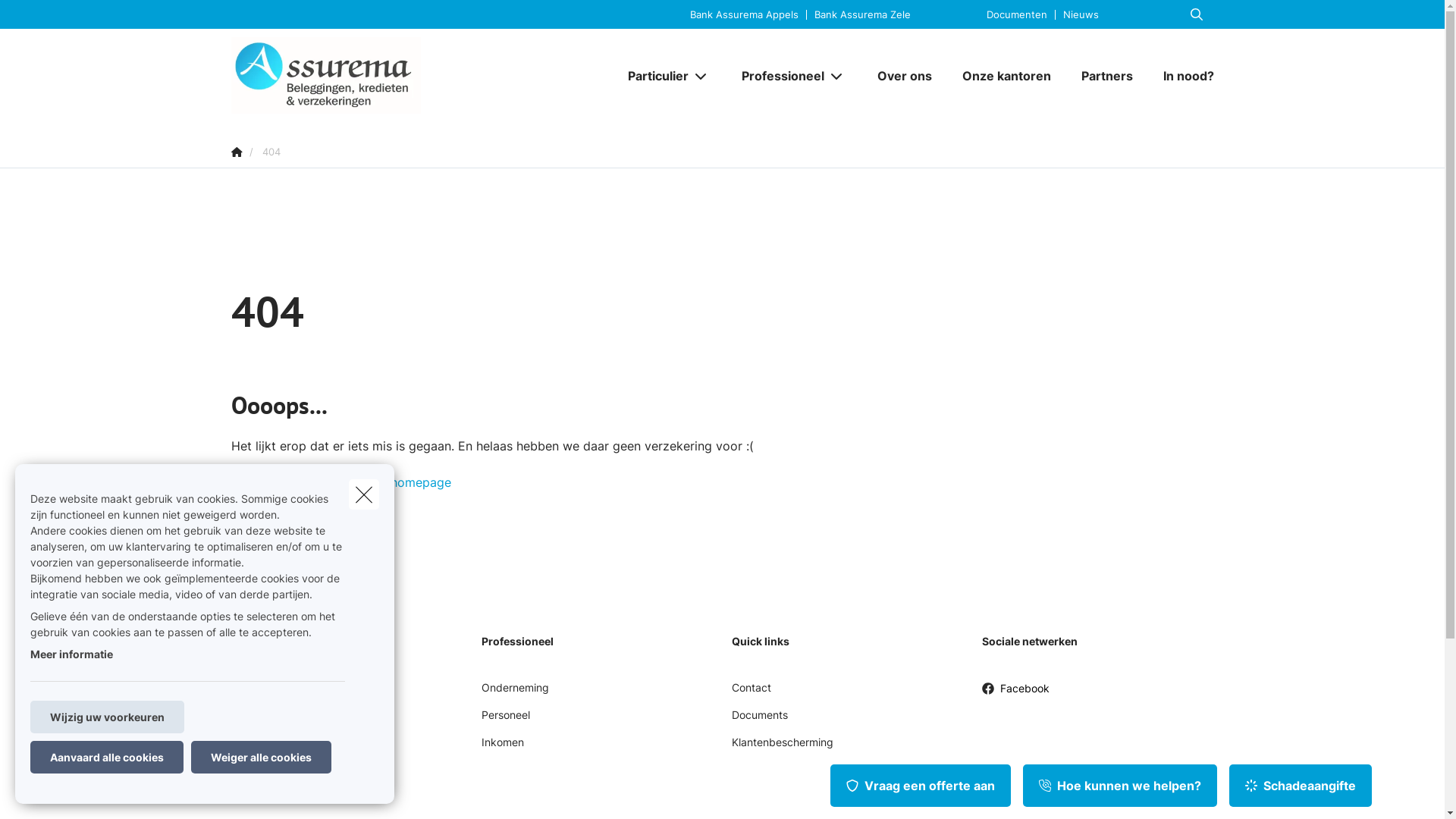 Image resolution: width=1456 pixels, height=819 pixels. I want to click on 'Meer informatie', so click(30, 653).